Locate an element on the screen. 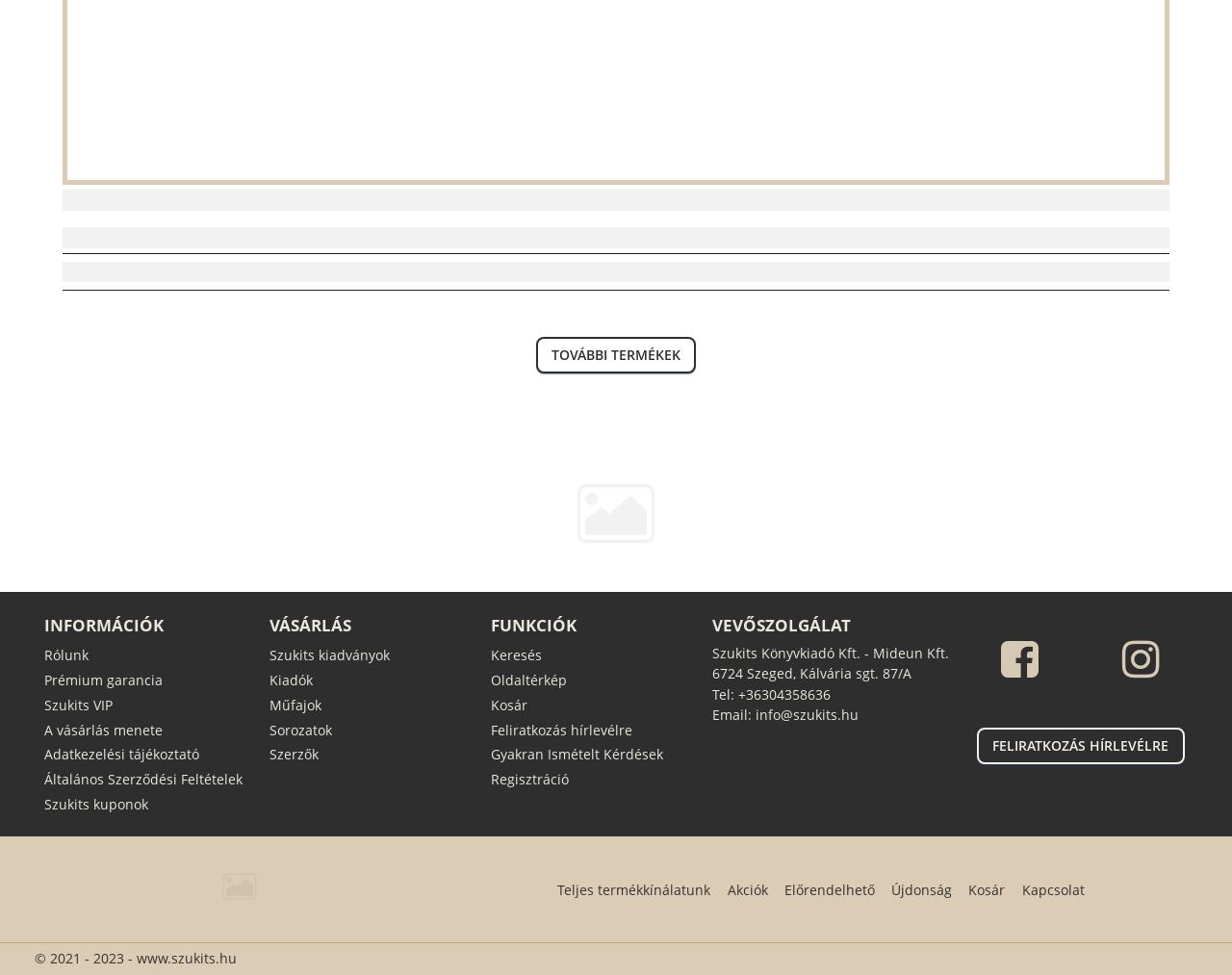 The width and height of the screenshot is (1232, 975). '+36304358636' is located at coordinates (783, 693).